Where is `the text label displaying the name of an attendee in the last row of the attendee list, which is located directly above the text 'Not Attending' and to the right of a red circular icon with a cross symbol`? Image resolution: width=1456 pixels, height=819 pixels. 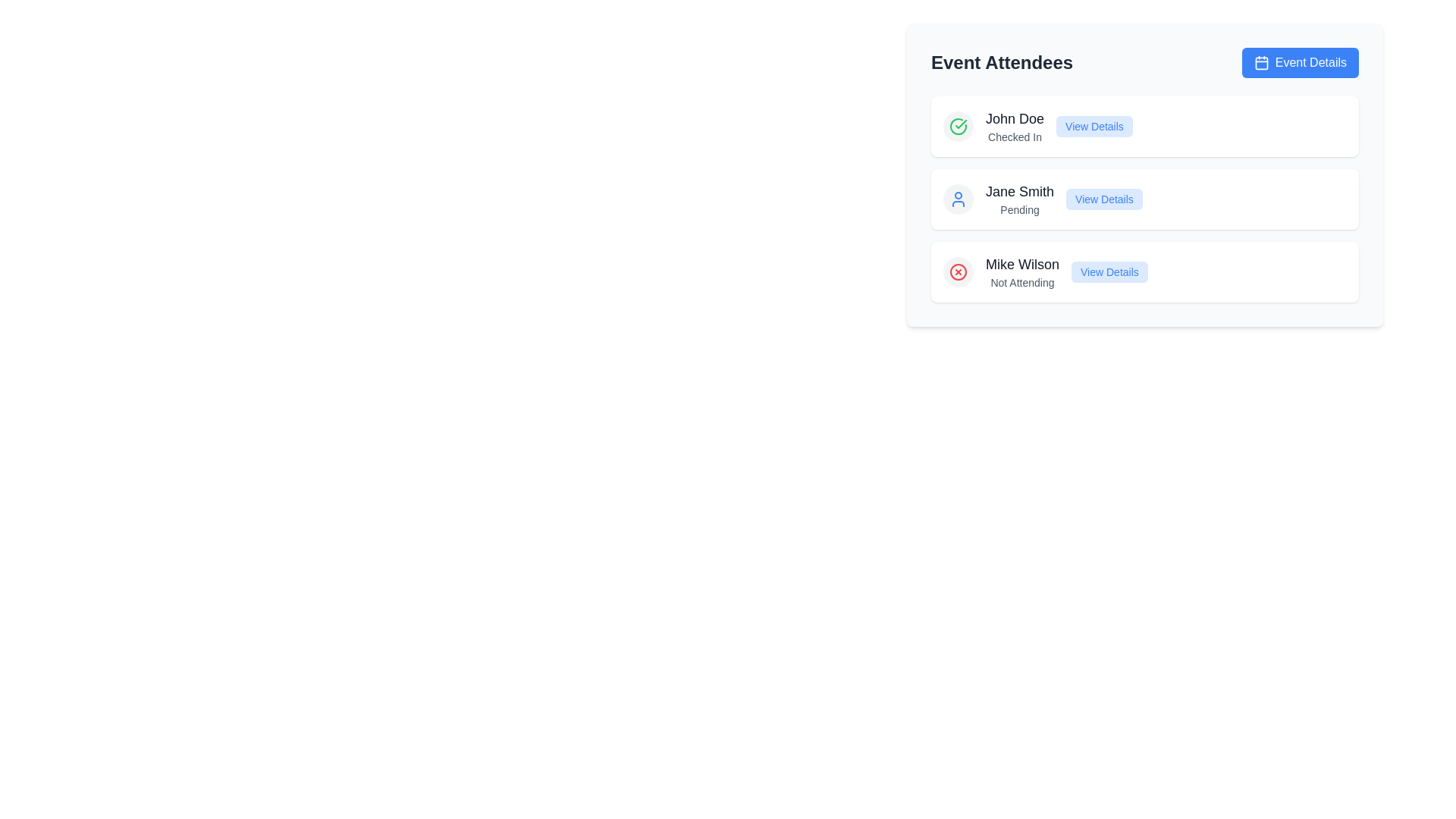
the text label displaying the name of an attendee in the last row of the attendee list, which is located directly above the text 'Not Attending' and to the right of a red circular icon with a cross symbol is located at coordinates (1022, 263).